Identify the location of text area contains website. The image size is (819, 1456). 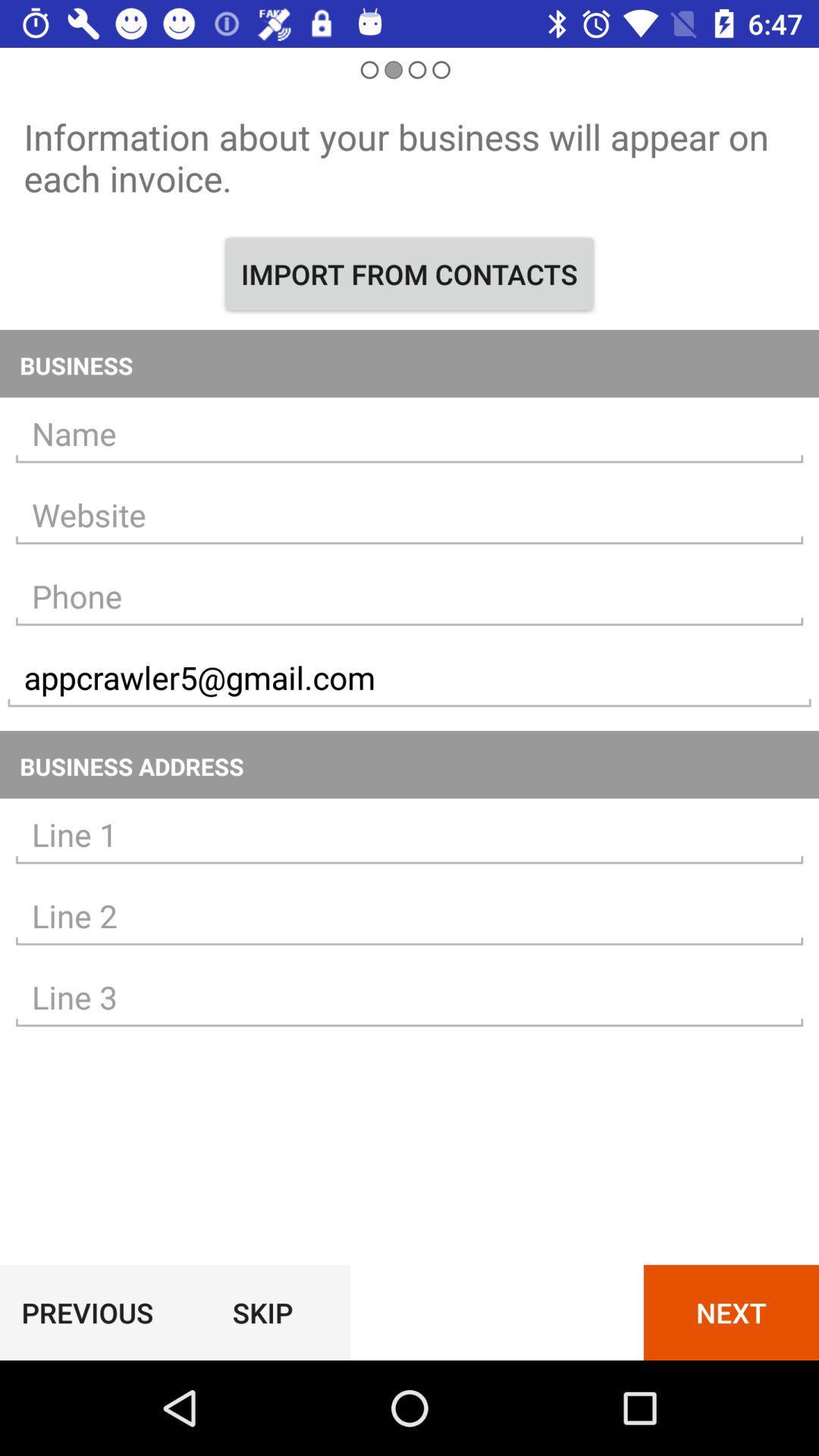
(409, 515).